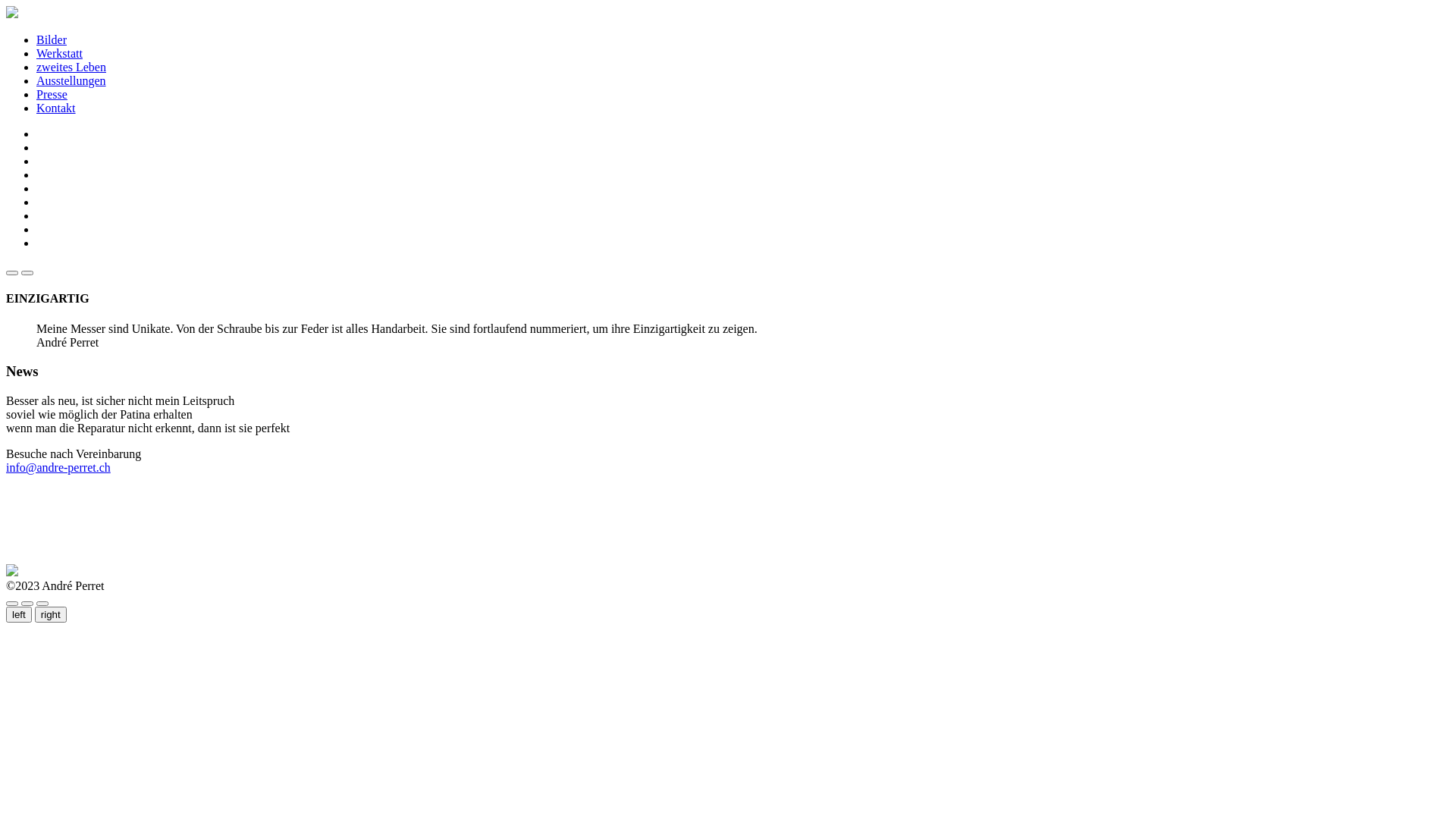 The image size is (1456, 819). I want to click on 'Bilder', so click(51, 39).